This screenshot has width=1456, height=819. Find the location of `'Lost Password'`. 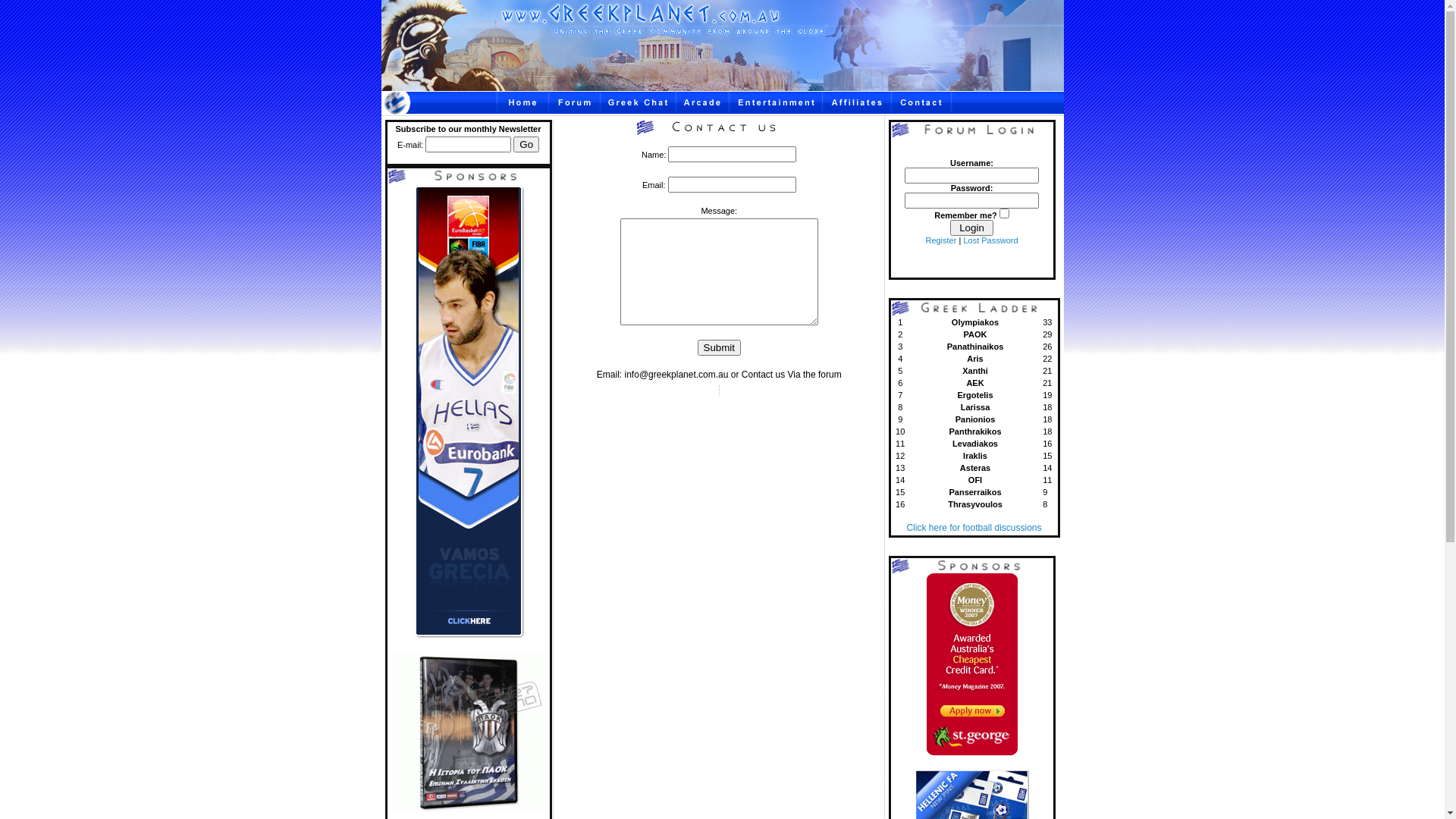

'Lost Password' is located at coordinates (990, 239).